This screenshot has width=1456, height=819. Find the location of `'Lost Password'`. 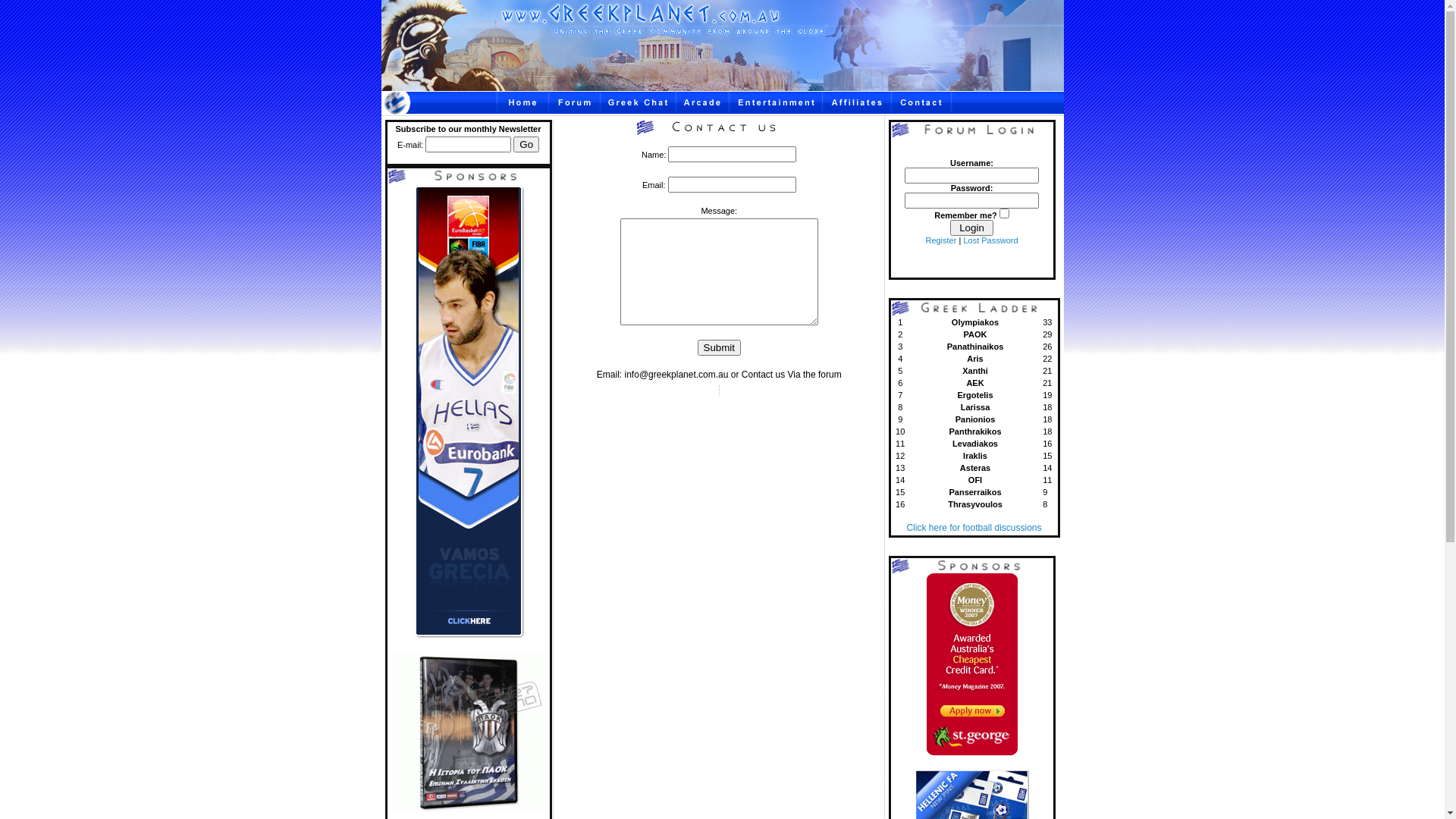

'Lost Password' is located at coordinates (990, 239).